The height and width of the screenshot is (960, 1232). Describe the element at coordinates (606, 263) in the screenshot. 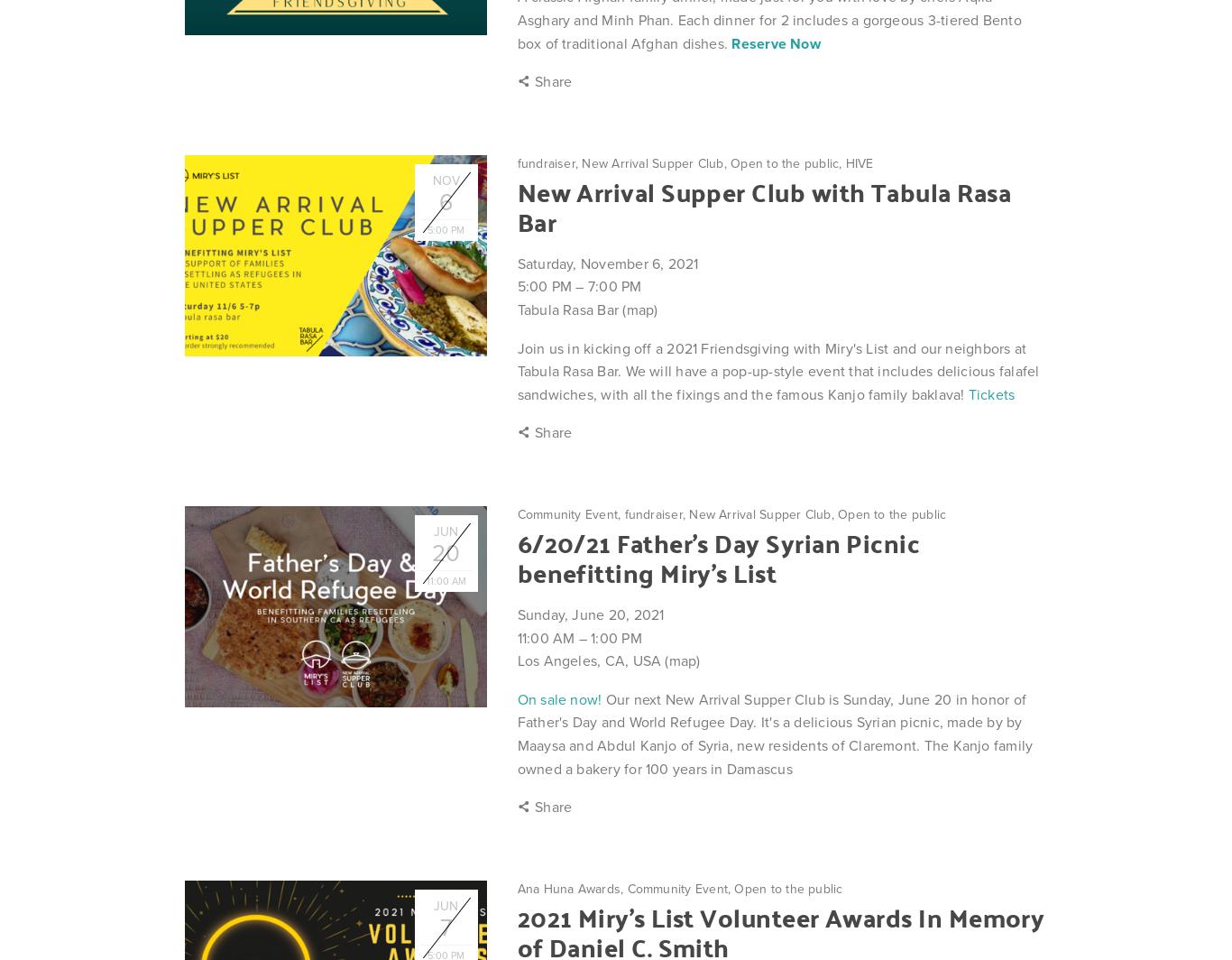

I see `'Saturday, November 6, 2021'` at that location.